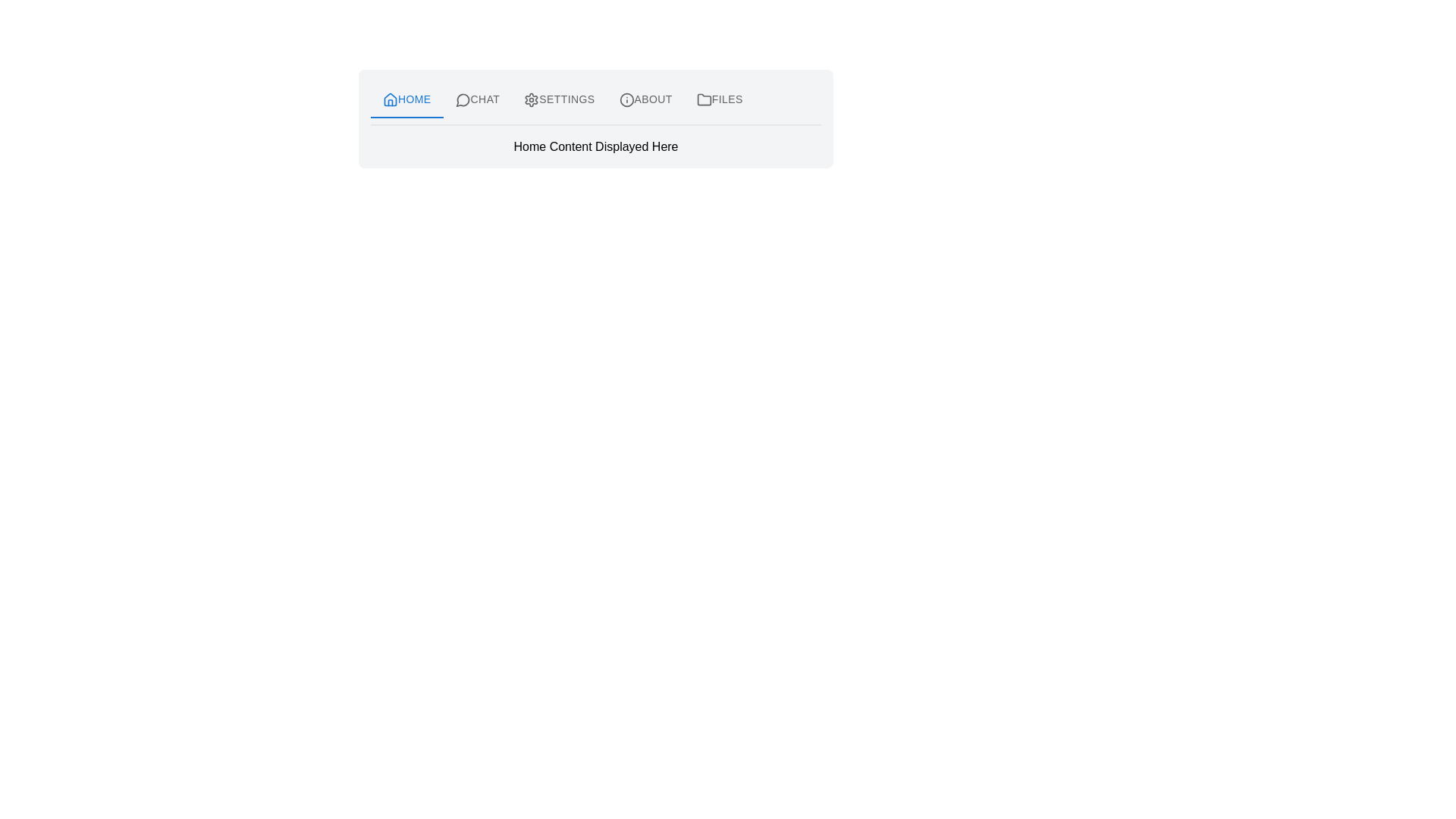 This screenshot has height=819, width=1456. Describe the element at coordinates (645, 99) in the screenshot. I see `the fourth tab in the navigation bar` at that location.